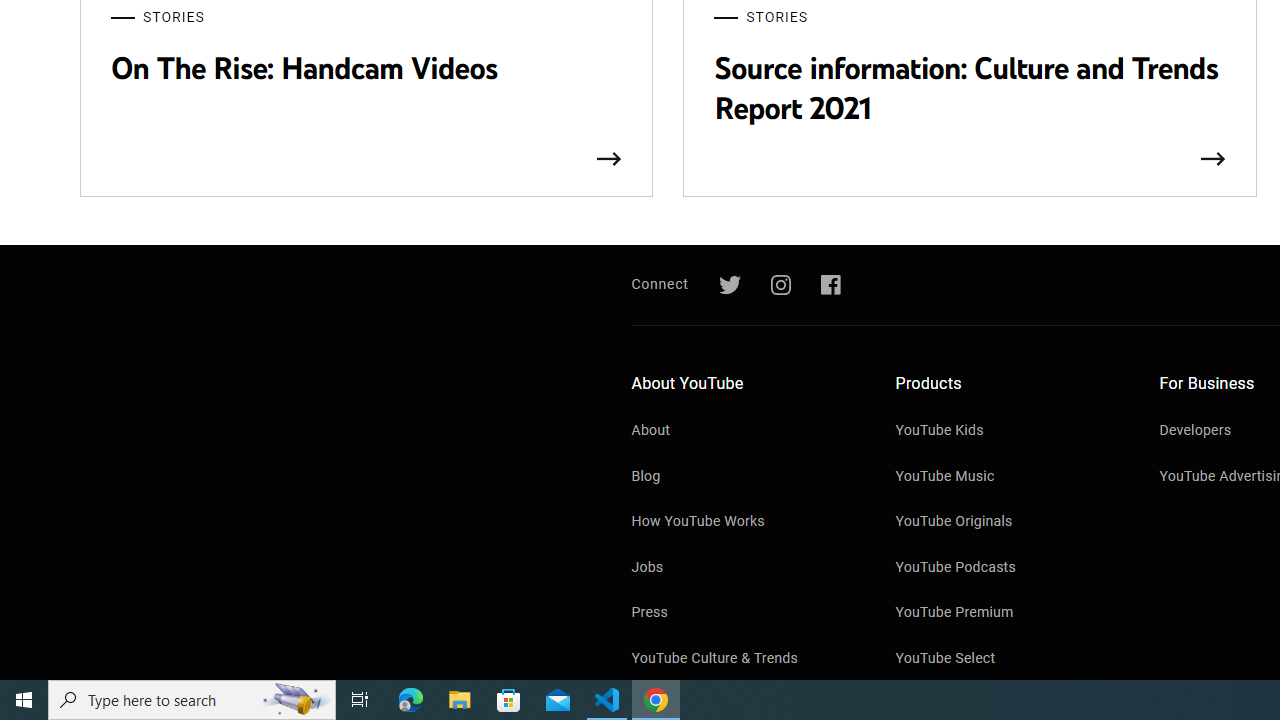  What do you see at coordinates (728, 285) in the screenshot?
I see `'Twitter'` at bounding box center [728, 285].